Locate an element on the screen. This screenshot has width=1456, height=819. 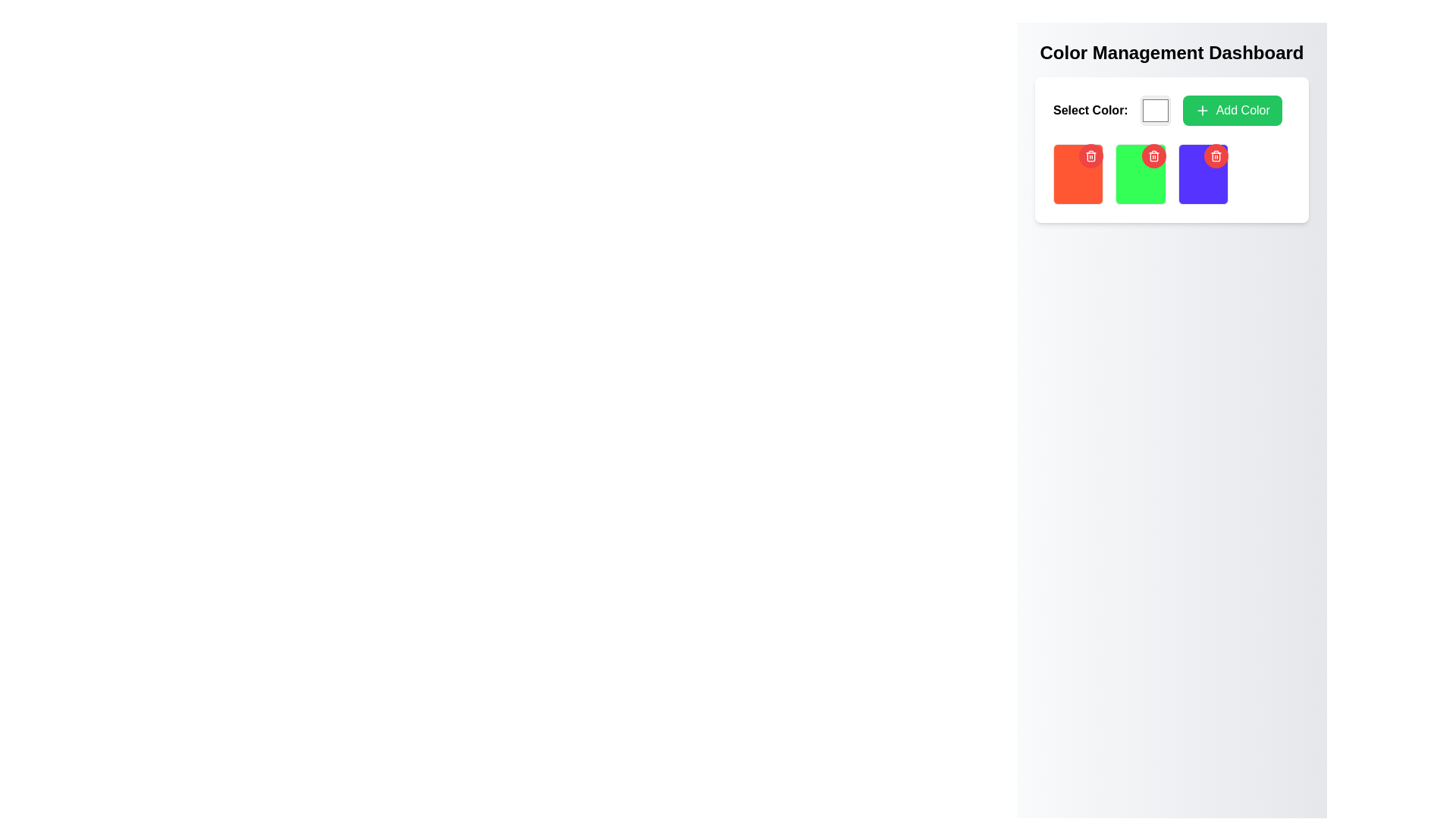
the circular red button with a white trash can icon located at the top-right corner of the purple card is located at coordinates (1216, 155).